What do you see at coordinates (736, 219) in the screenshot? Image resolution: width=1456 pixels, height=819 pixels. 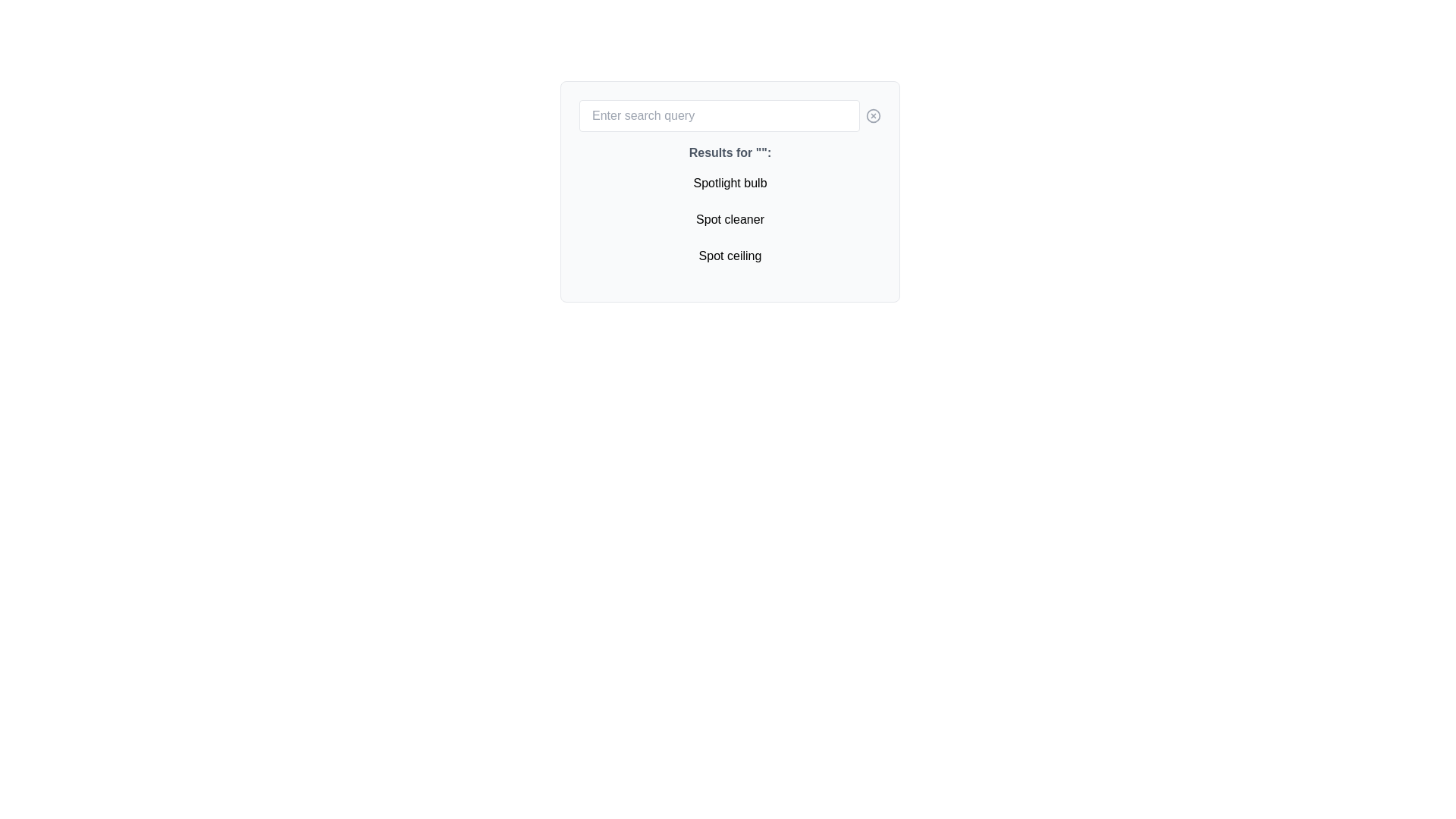 I see `the lowercase letter 'e' in the word 'cleaner', which is displayed in black sans-serif font and is the last letter of the word under the search query results section` at bounding box center [736, 219].